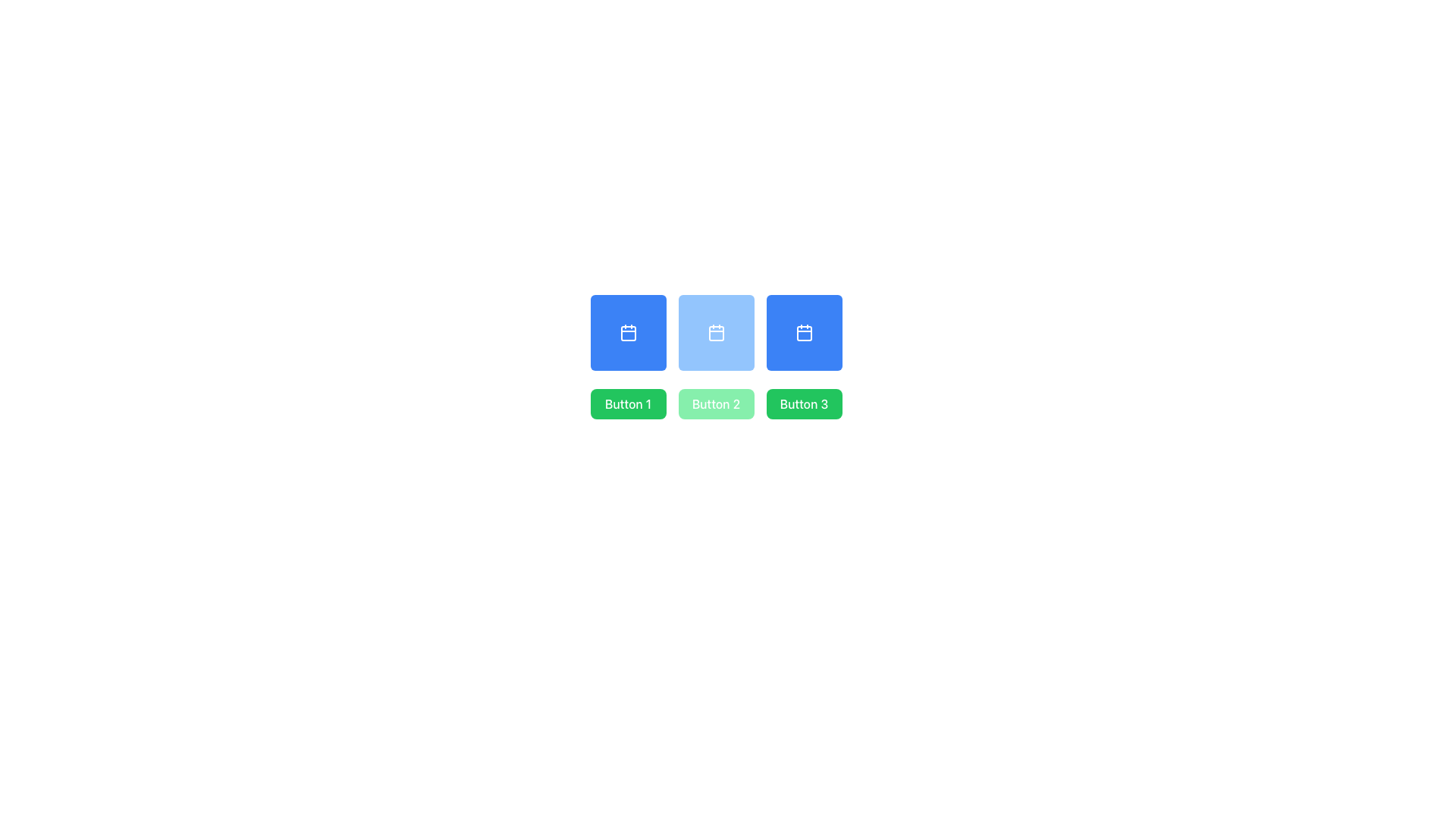 The width and height of the screenshot is (1456, 819). Describe the element at coordinates (715, 332) in the screenshot. I see `the graphical icon with a light blue background and a white calendar icon, which is the second item in a horizontal row of three elements` at that location.